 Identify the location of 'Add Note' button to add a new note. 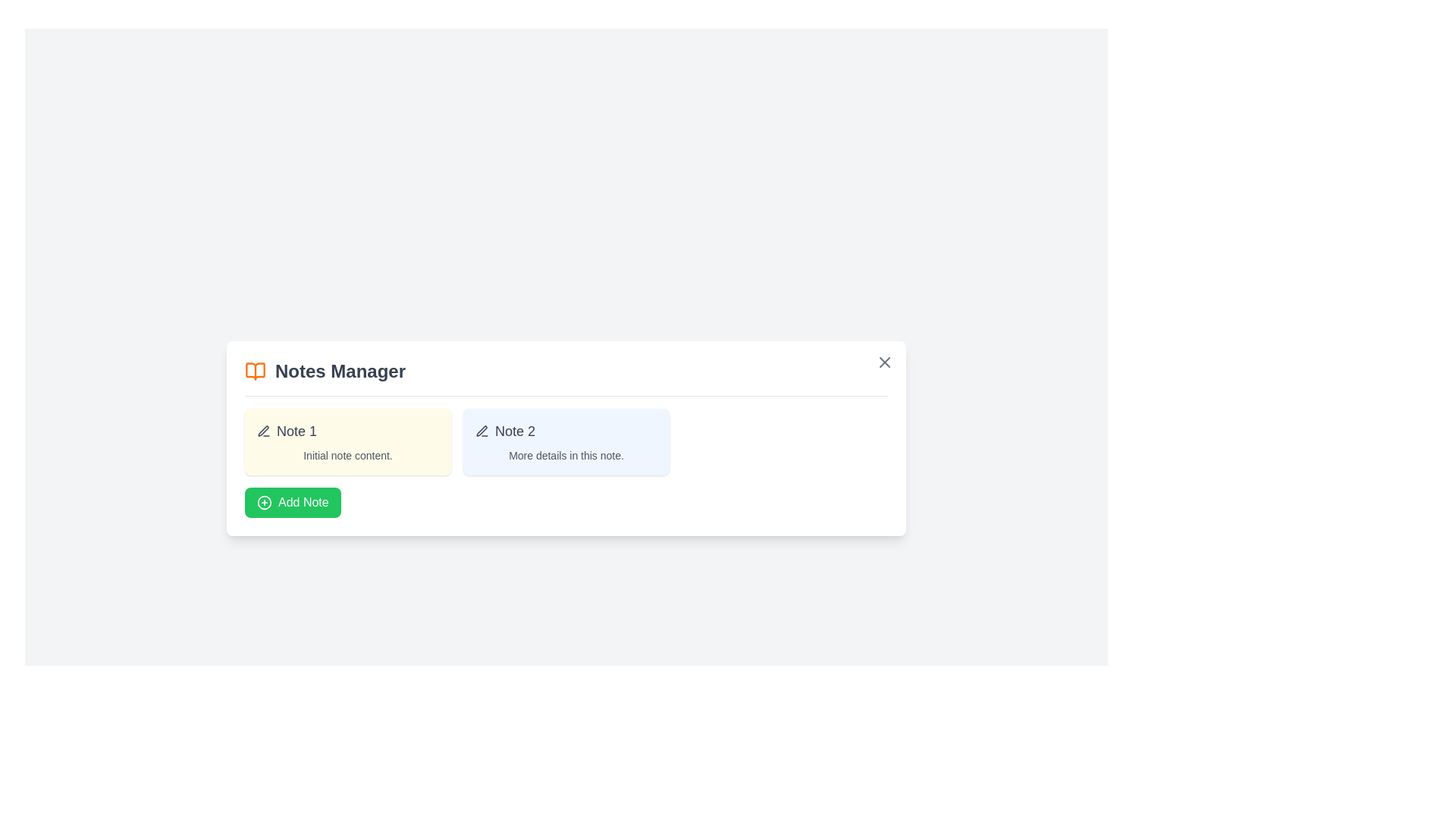
(293, 502).